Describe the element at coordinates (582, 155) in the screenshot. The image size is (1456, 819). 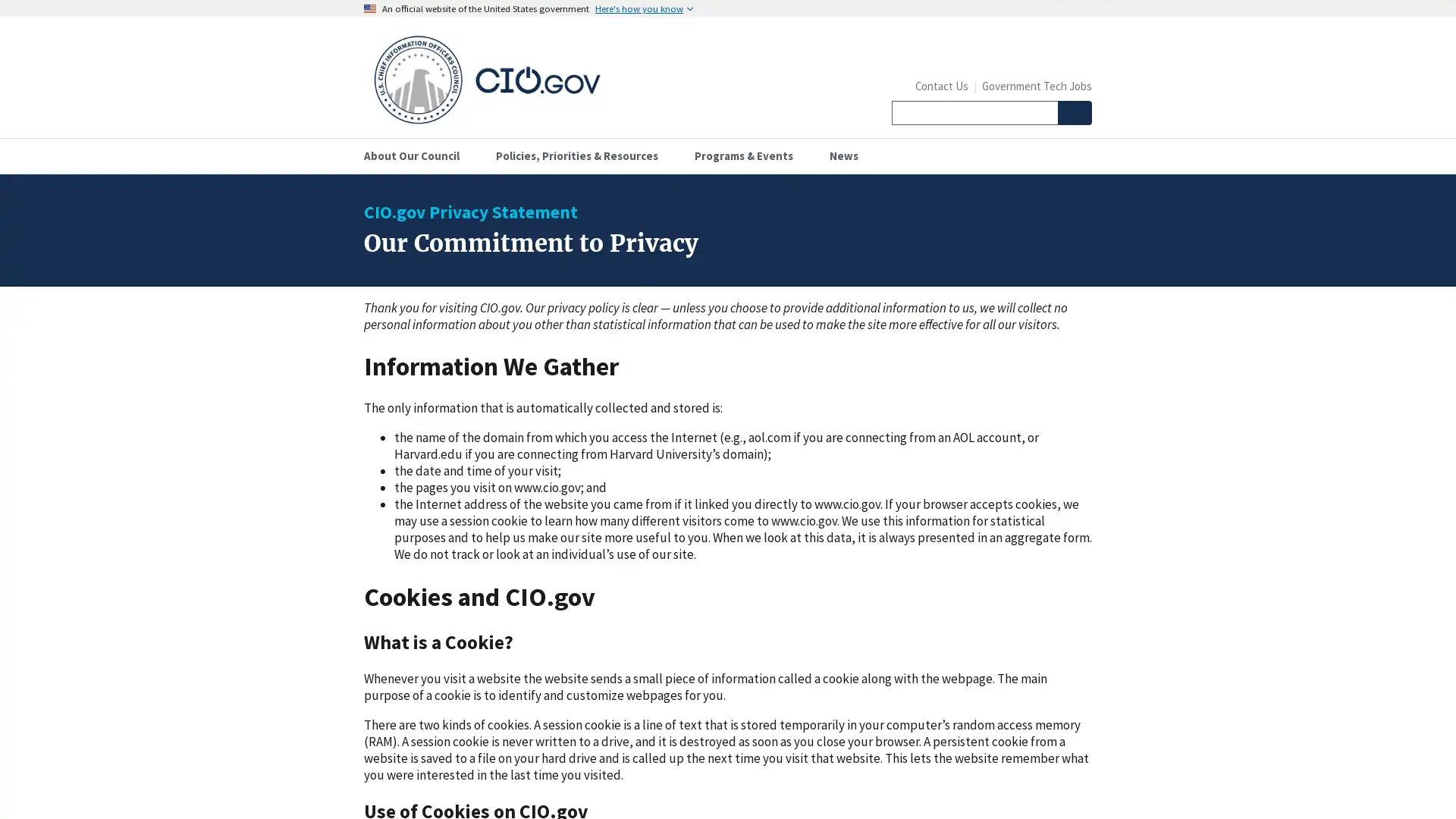
I see `Policies, Priorities & Resources` at that location.